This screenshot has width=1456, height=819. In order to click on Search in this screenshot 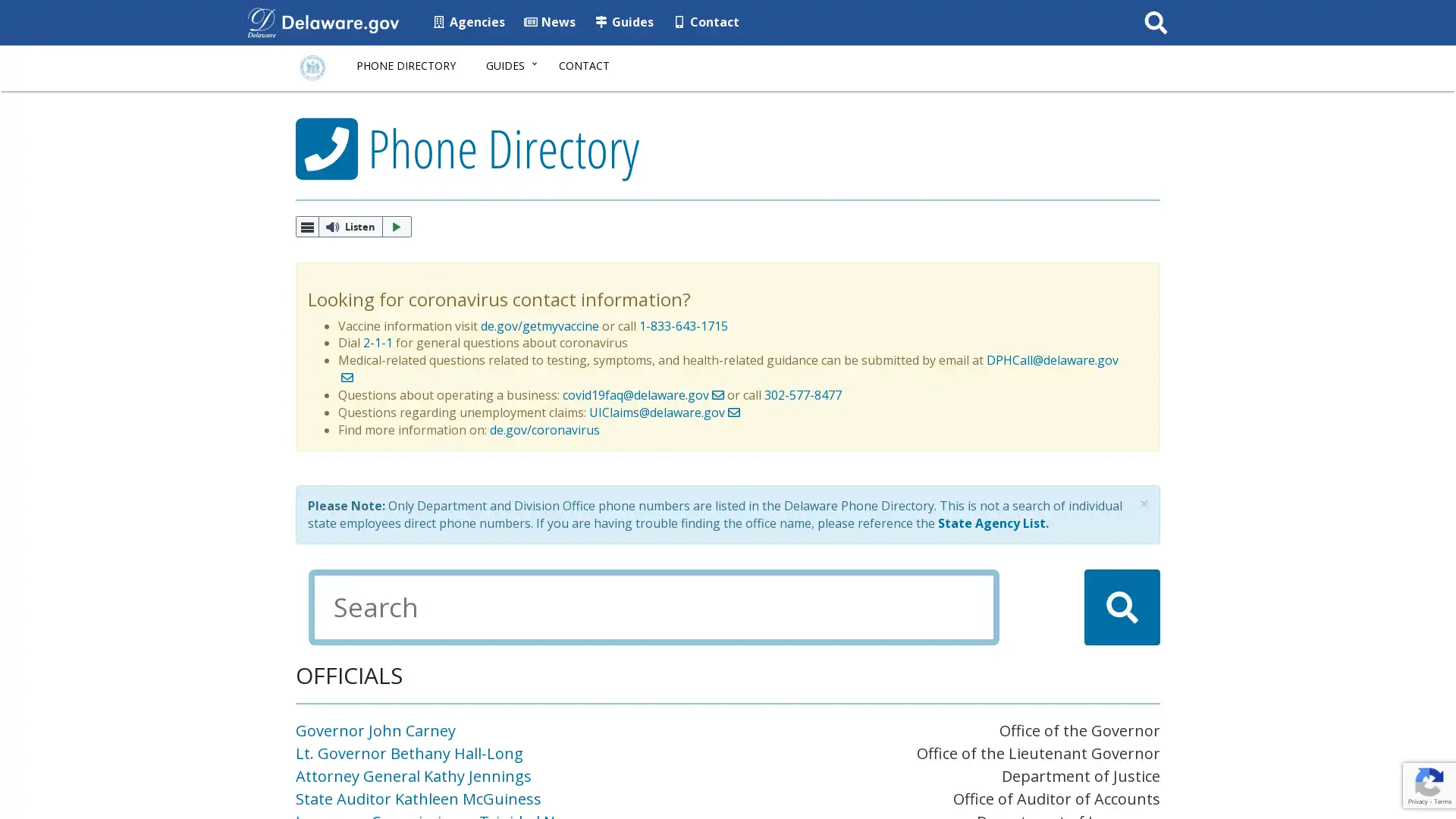, I will do `click(1122, 605)`.